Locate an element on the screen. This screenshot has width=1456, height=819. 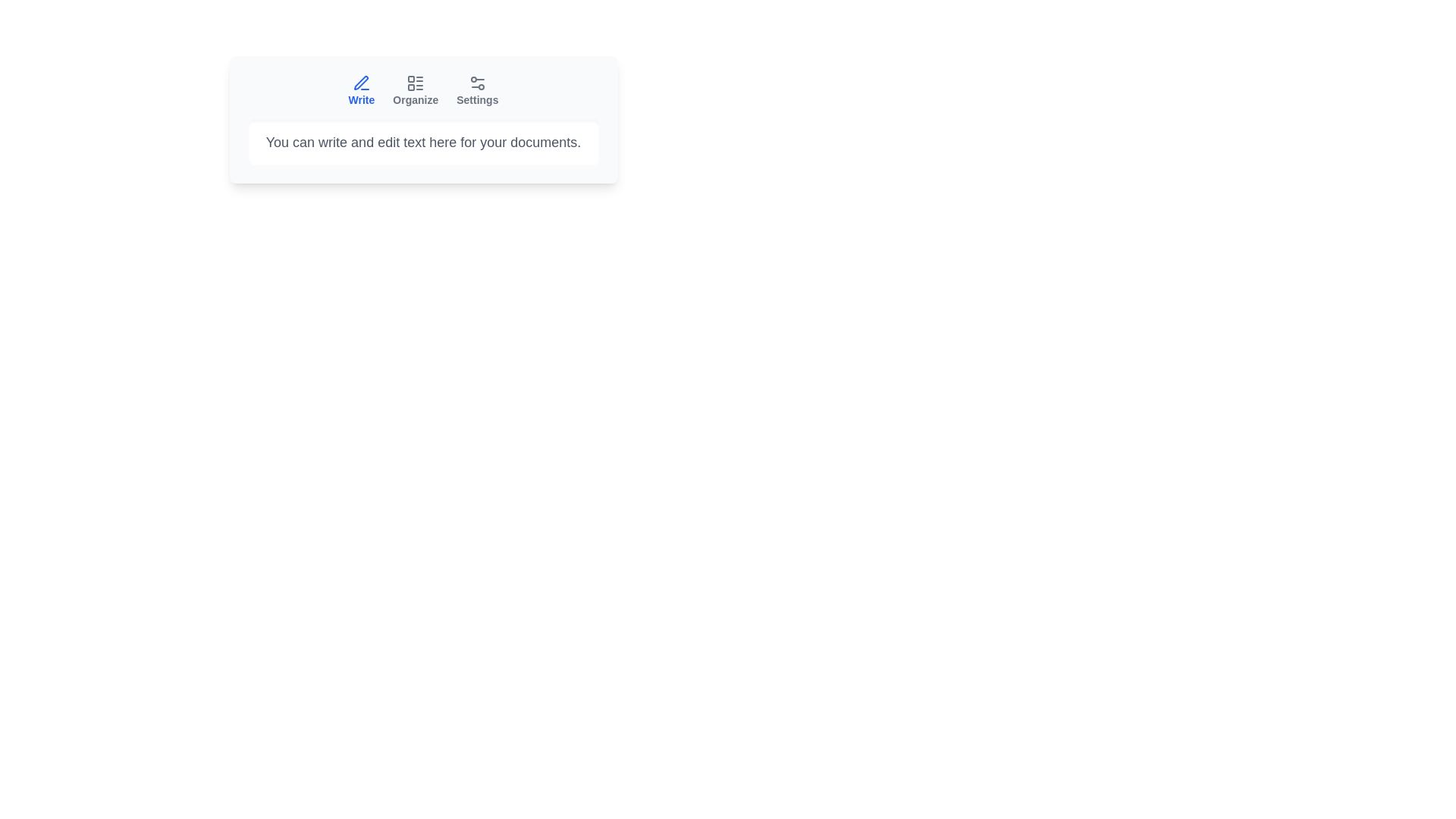
the Write tab by clicking on its button is located at coordinates (360, 90).